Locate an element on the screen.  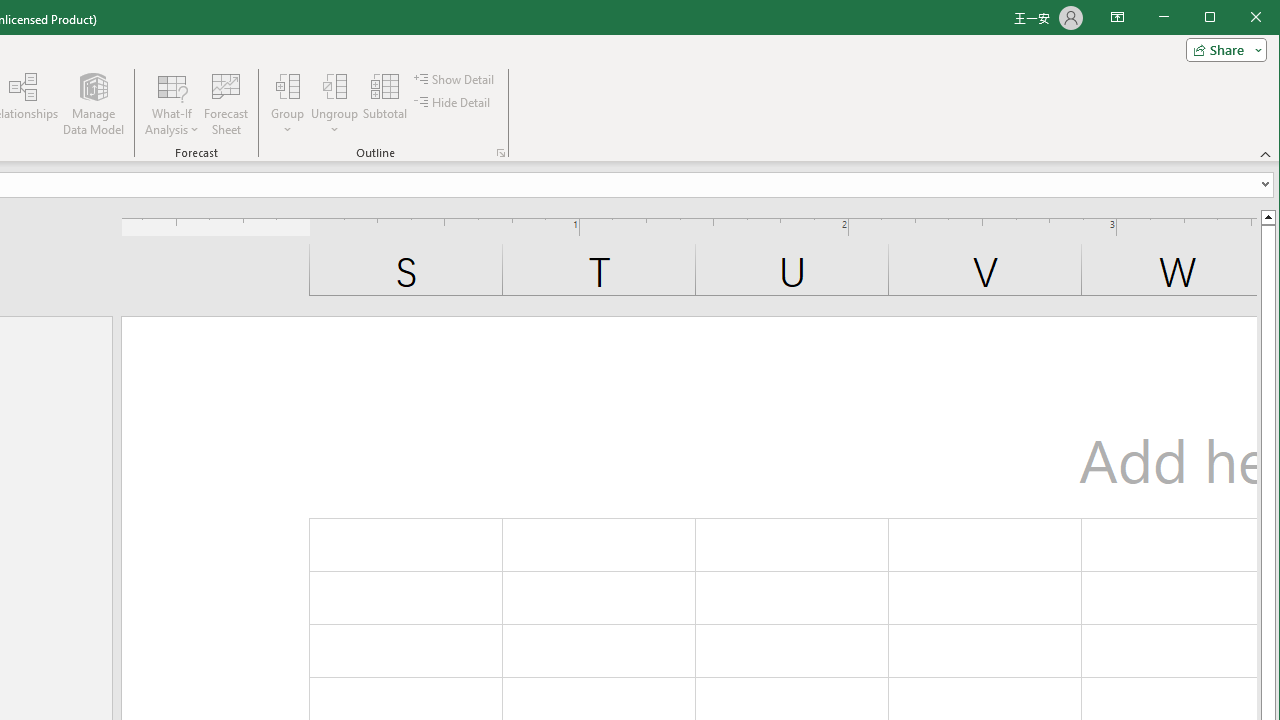
'Forecast Sheet' is located at coordinates (226, 104).